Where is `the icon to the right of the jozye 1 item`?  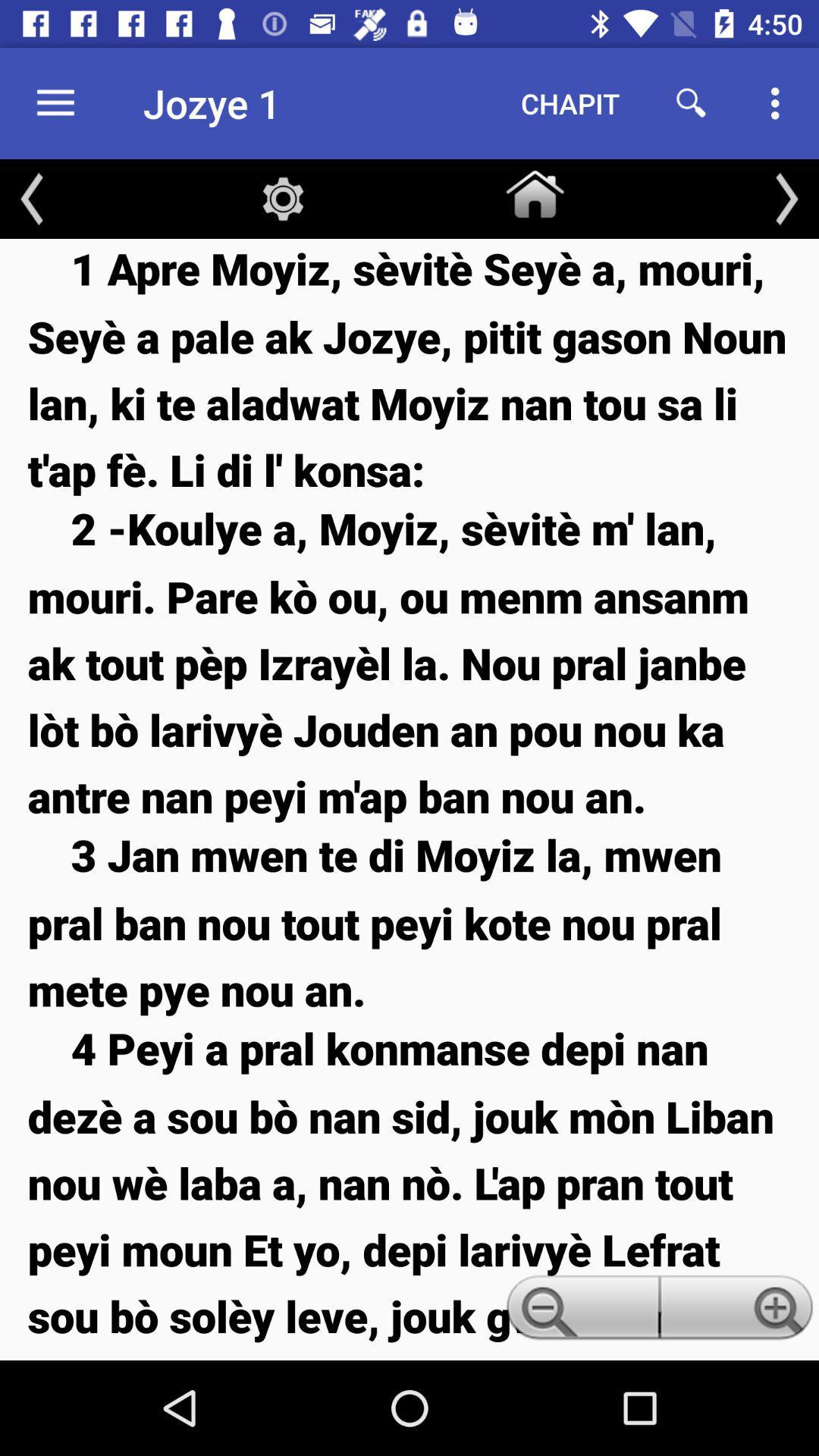
the icon to the right of the jozye 1 item is located at coordinates (570, 102).